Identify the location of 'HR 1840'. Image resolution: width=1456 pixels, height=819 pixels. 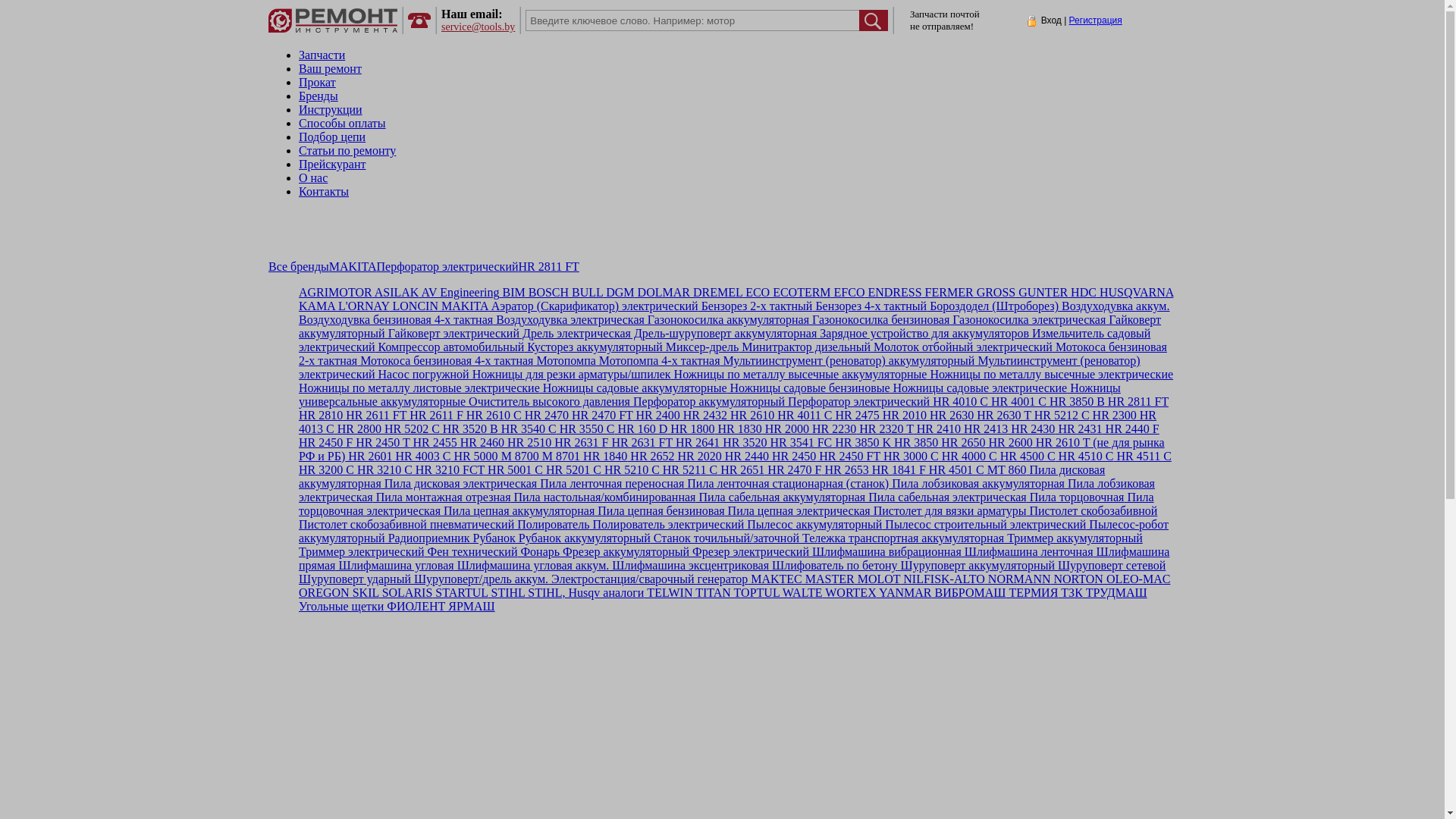
(603, 455).